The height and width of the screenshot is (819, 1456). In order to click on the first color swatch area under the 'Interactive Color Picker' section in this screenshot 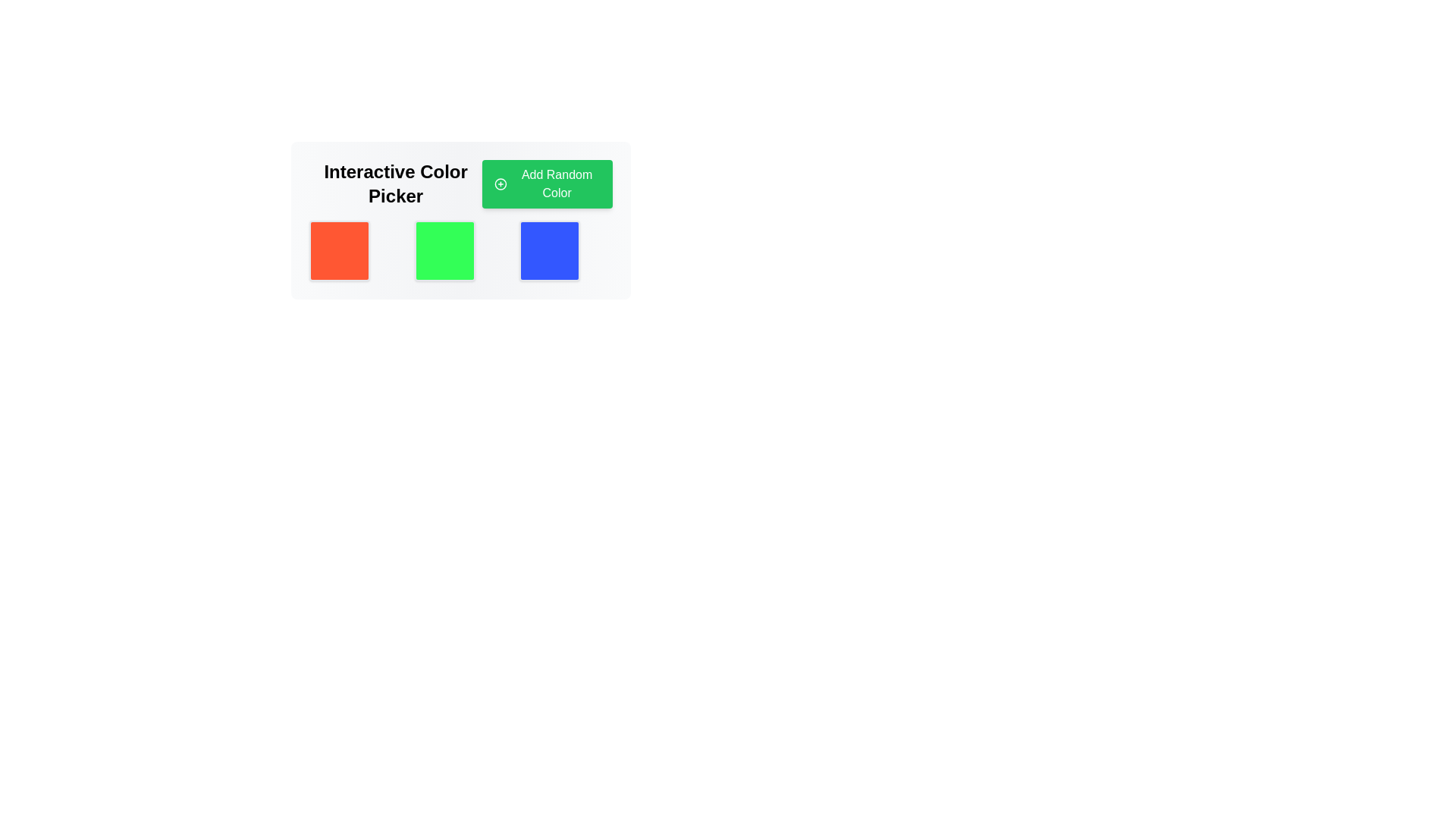, I will do `click(338, 250)`.